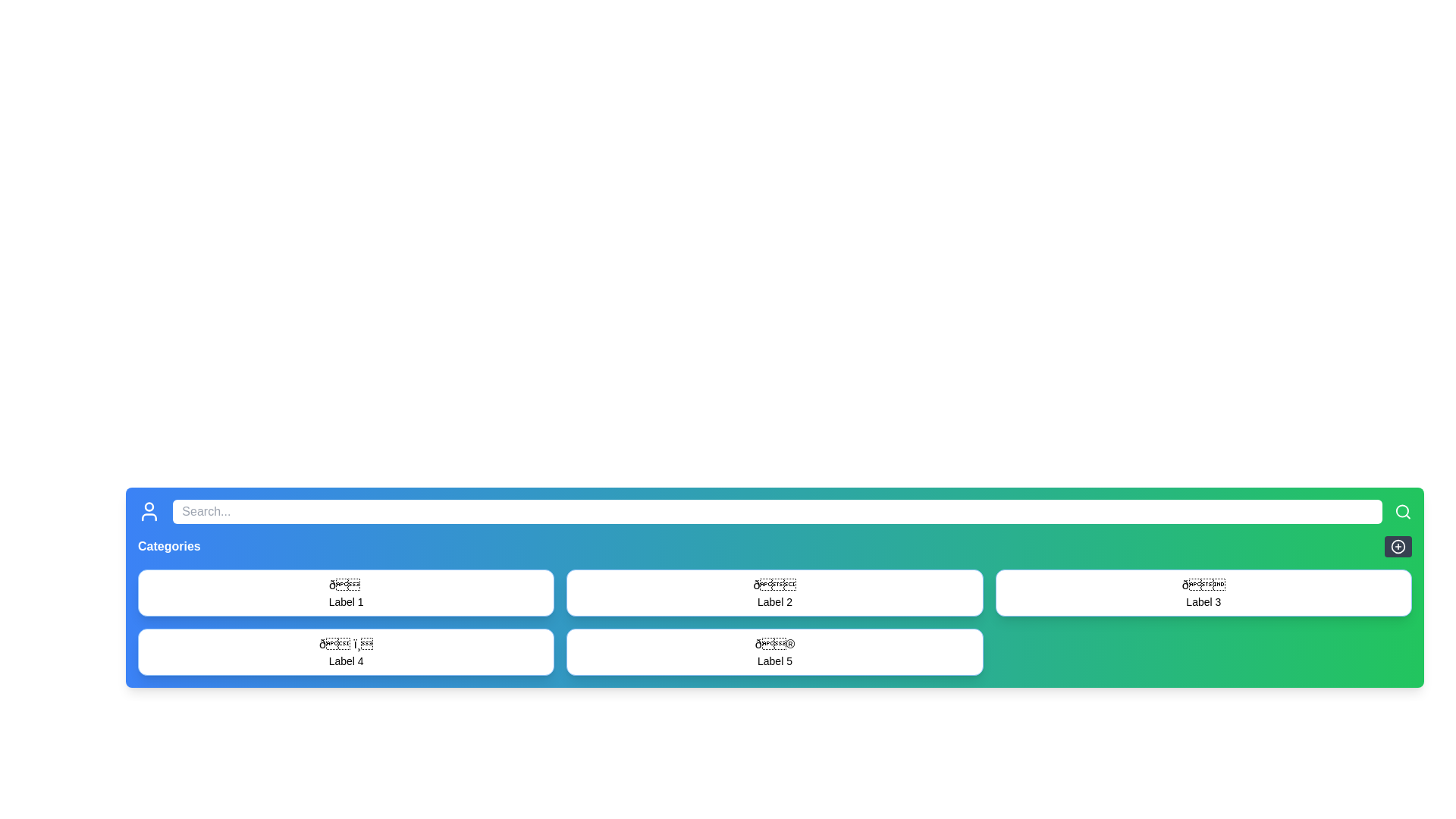 The image size is (1456, 819). Describe the element at coordinates (1397, 547) in the screenshot. I see `the circular button with a dark background and white borders containing a plus sign icon, positioned towards the top-right corner of the 'Categories' section` at that location.